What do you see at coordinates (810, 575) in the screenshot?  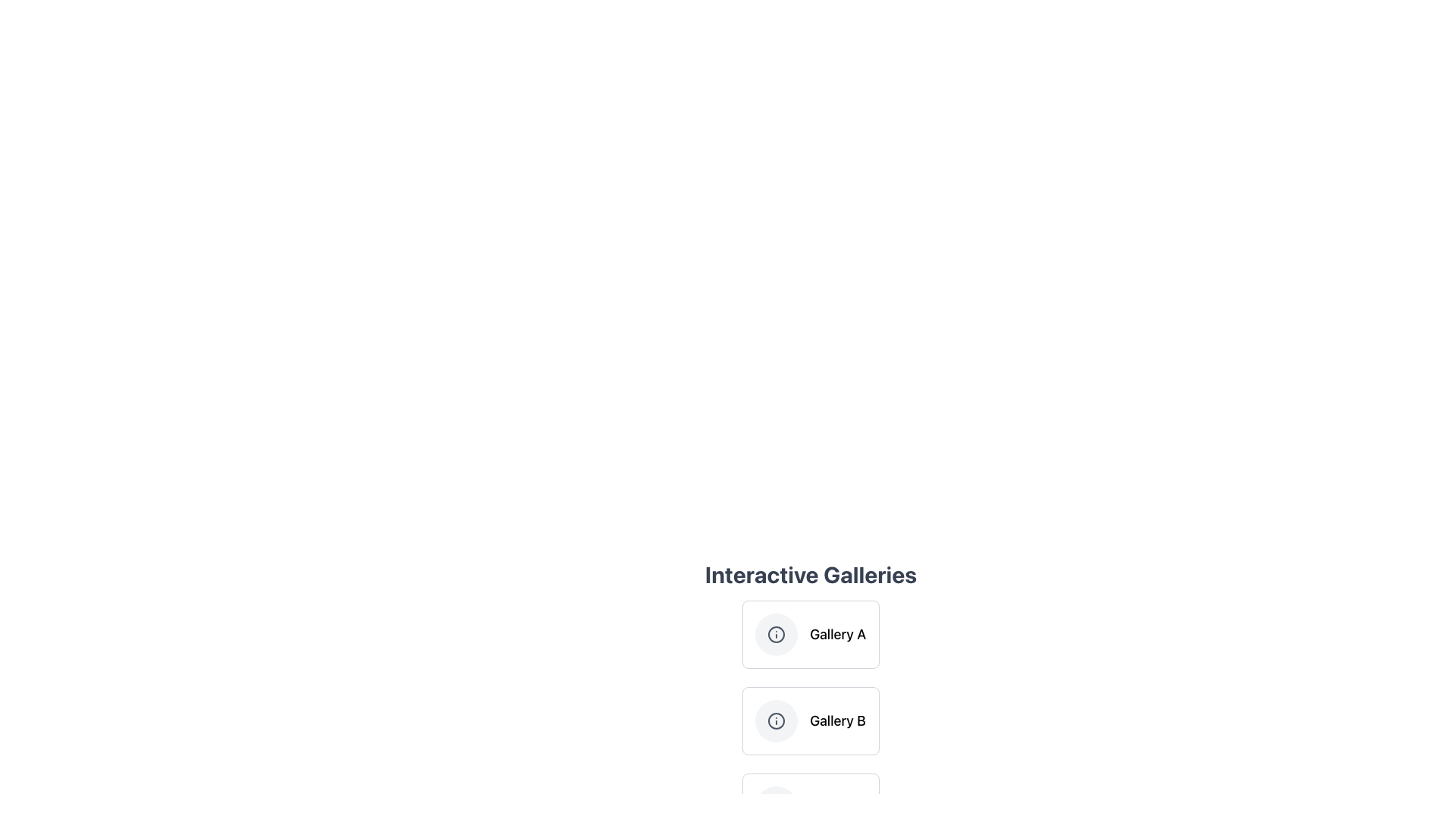 I see `the static text labeled 'Interactive Galleries' which serves as a header for the content below, including 'Gallery A' and 'Gallery B'` at bounding box center [810, 575].